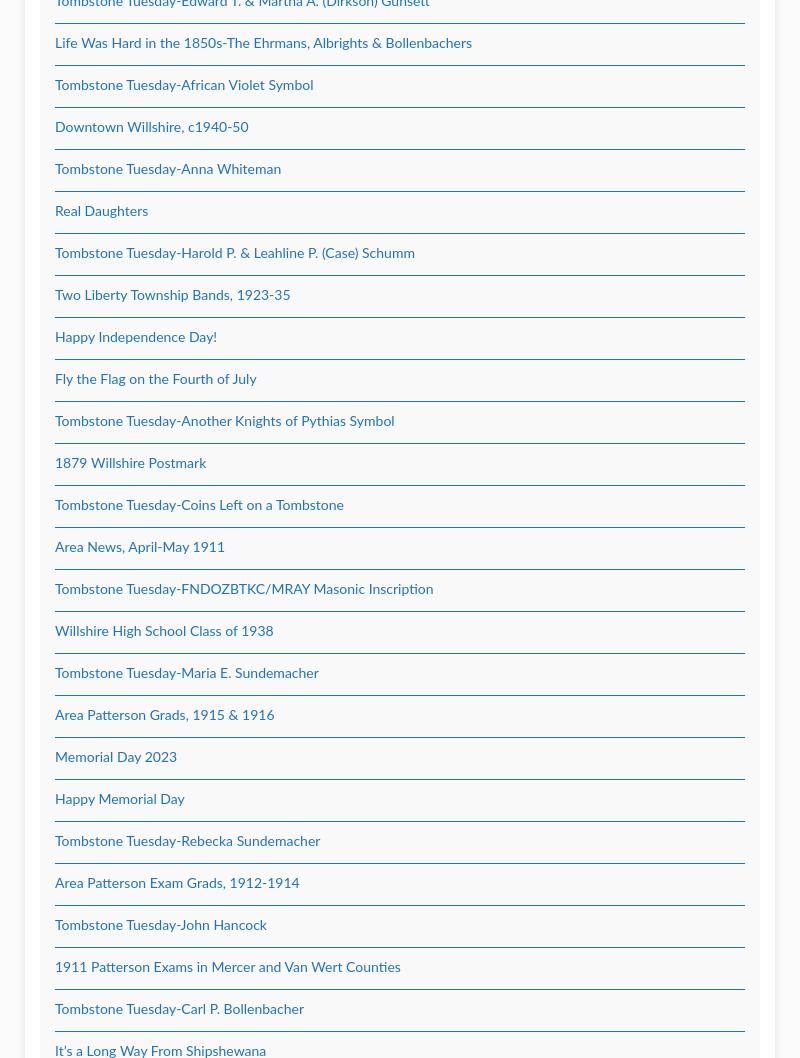  I want to click on 'Fly the Flag on the Fourth of July', so click(155, 380).